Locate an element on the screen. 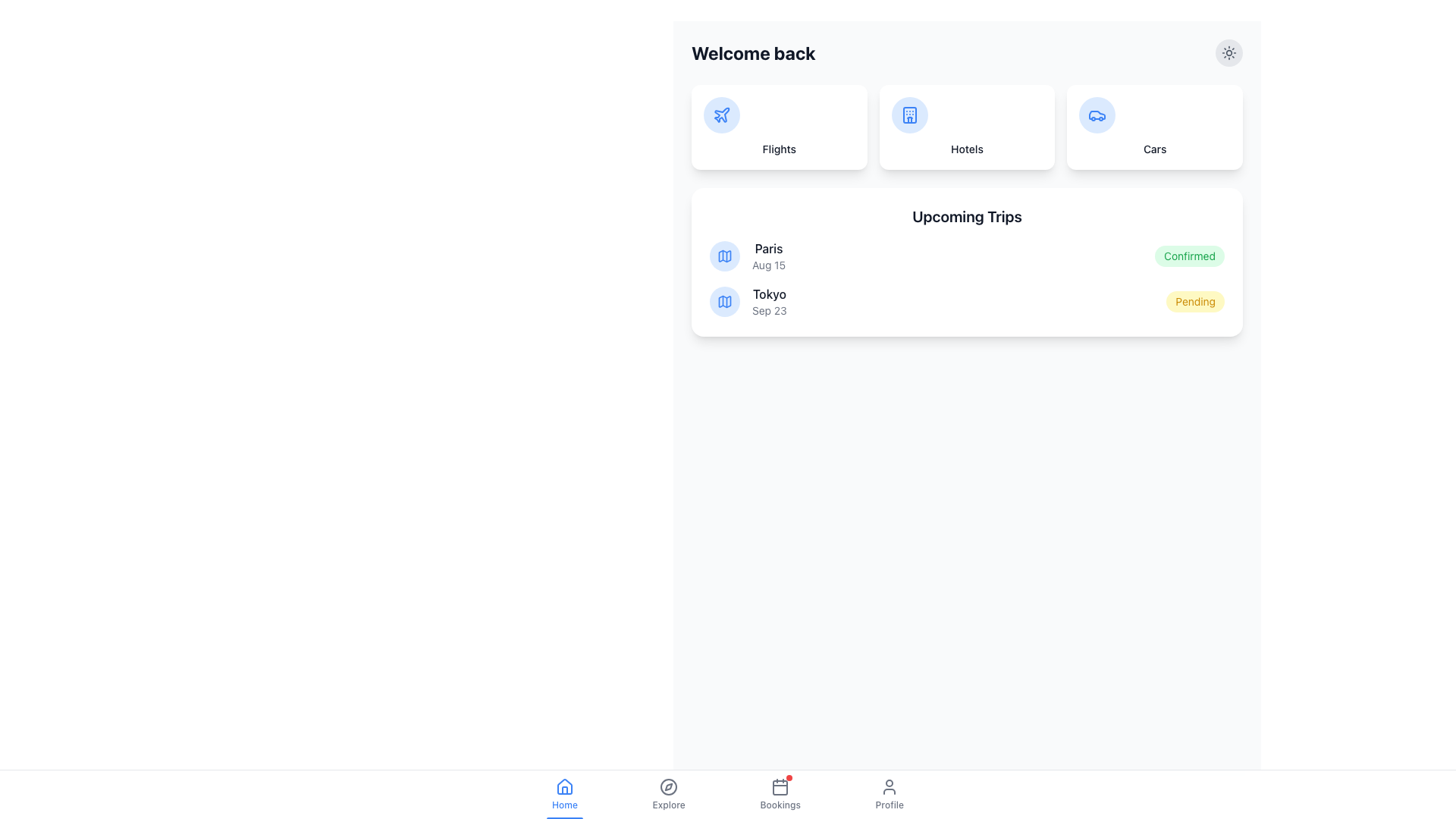  the geographical location icon representing the trip destination 'Paris', which is located in the second column below the 'Welcome Back' heading and to the left of the text 'Paris' is located at coordinates (723, 301).